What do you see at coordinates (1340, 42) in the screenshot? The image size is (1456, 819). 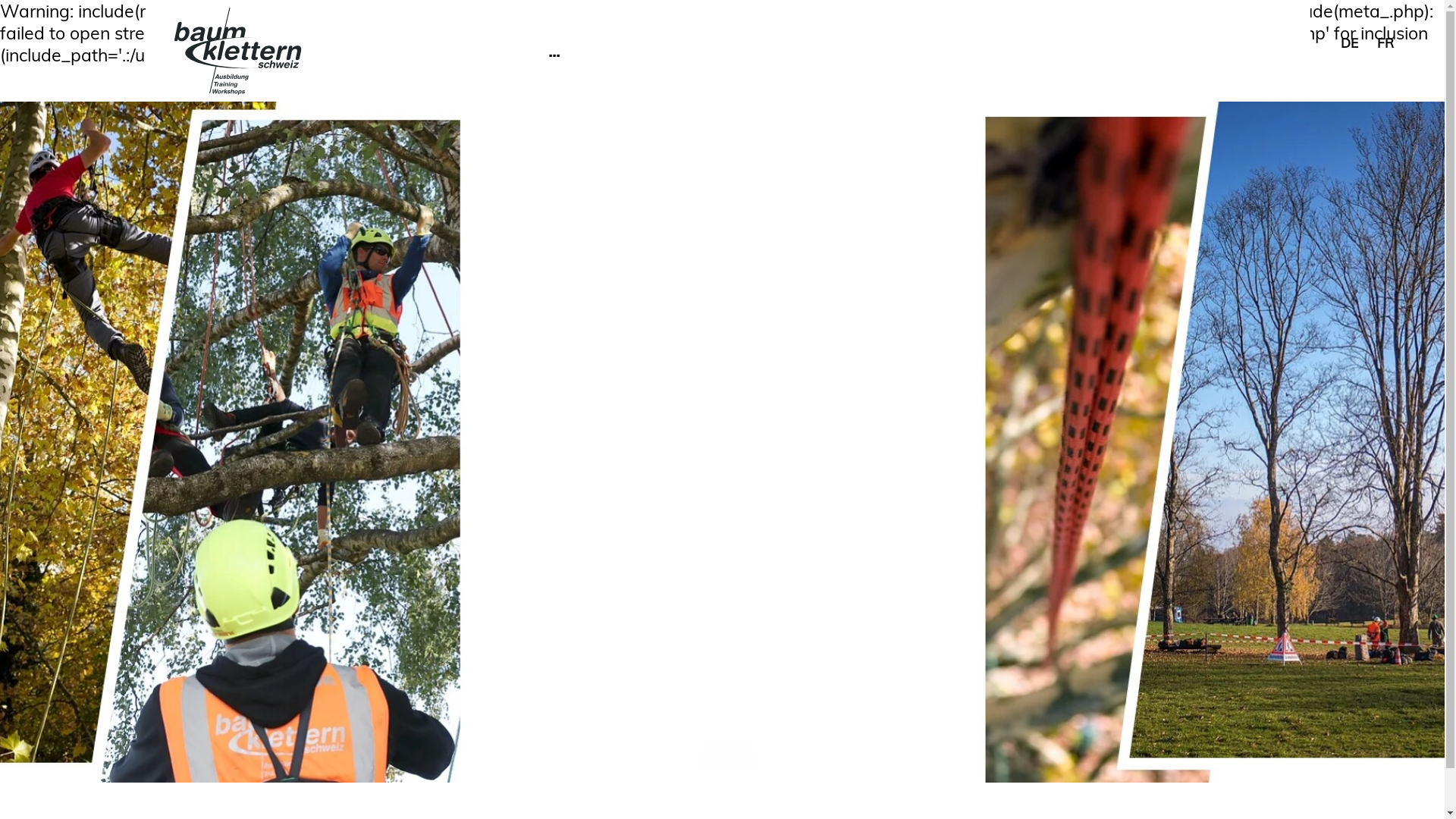 I see `'DE'` at bounding box center [1340, 42].